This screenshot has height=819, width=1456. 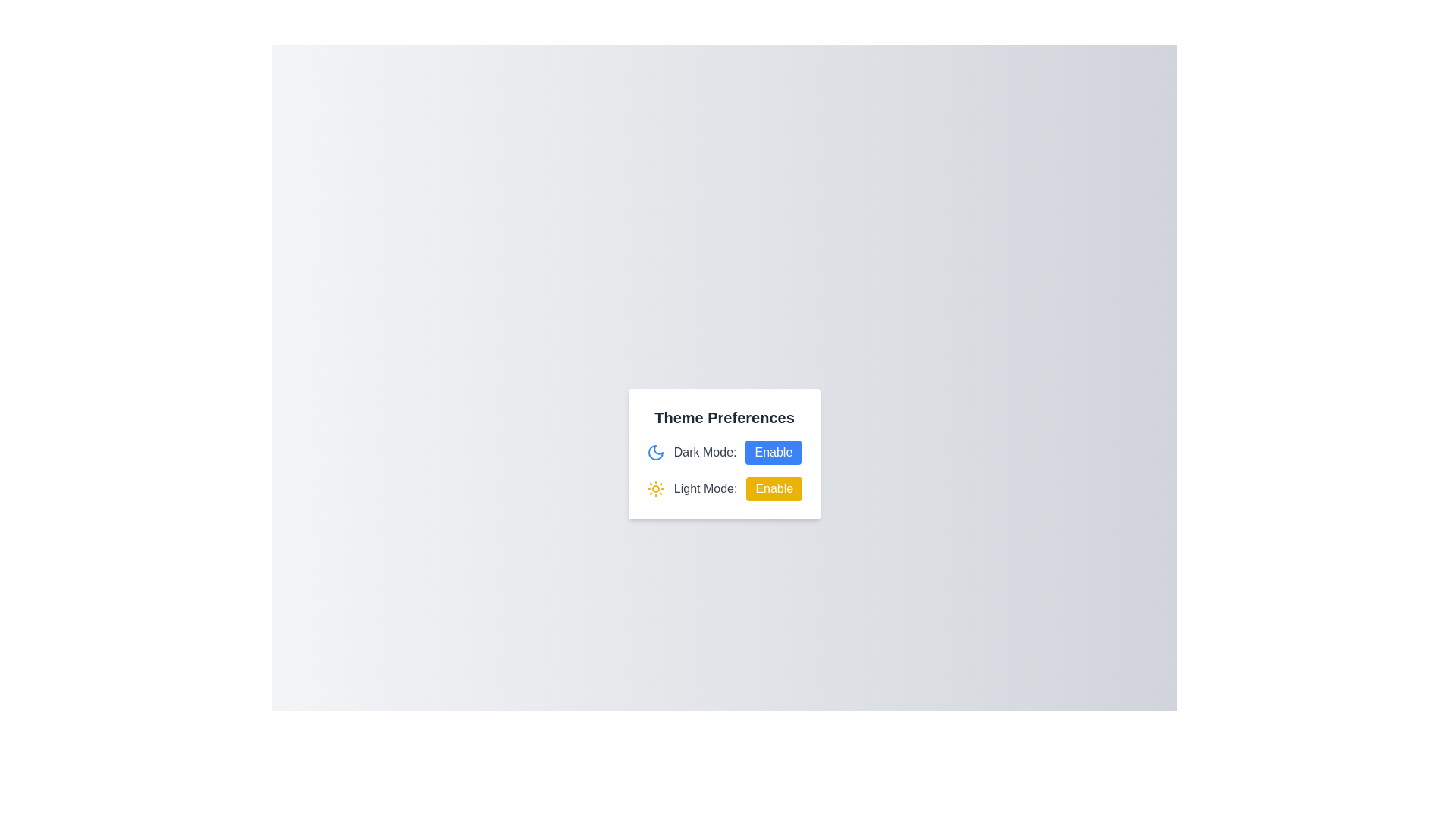 What do you see at coordinates (655, 488) in the screenshot?
I see `the light mode theme icon located in the user preferences, which is positioned next to the 'Enable' button and below the 'Dark Mode' moon icon` at bounding box center [655, 488].